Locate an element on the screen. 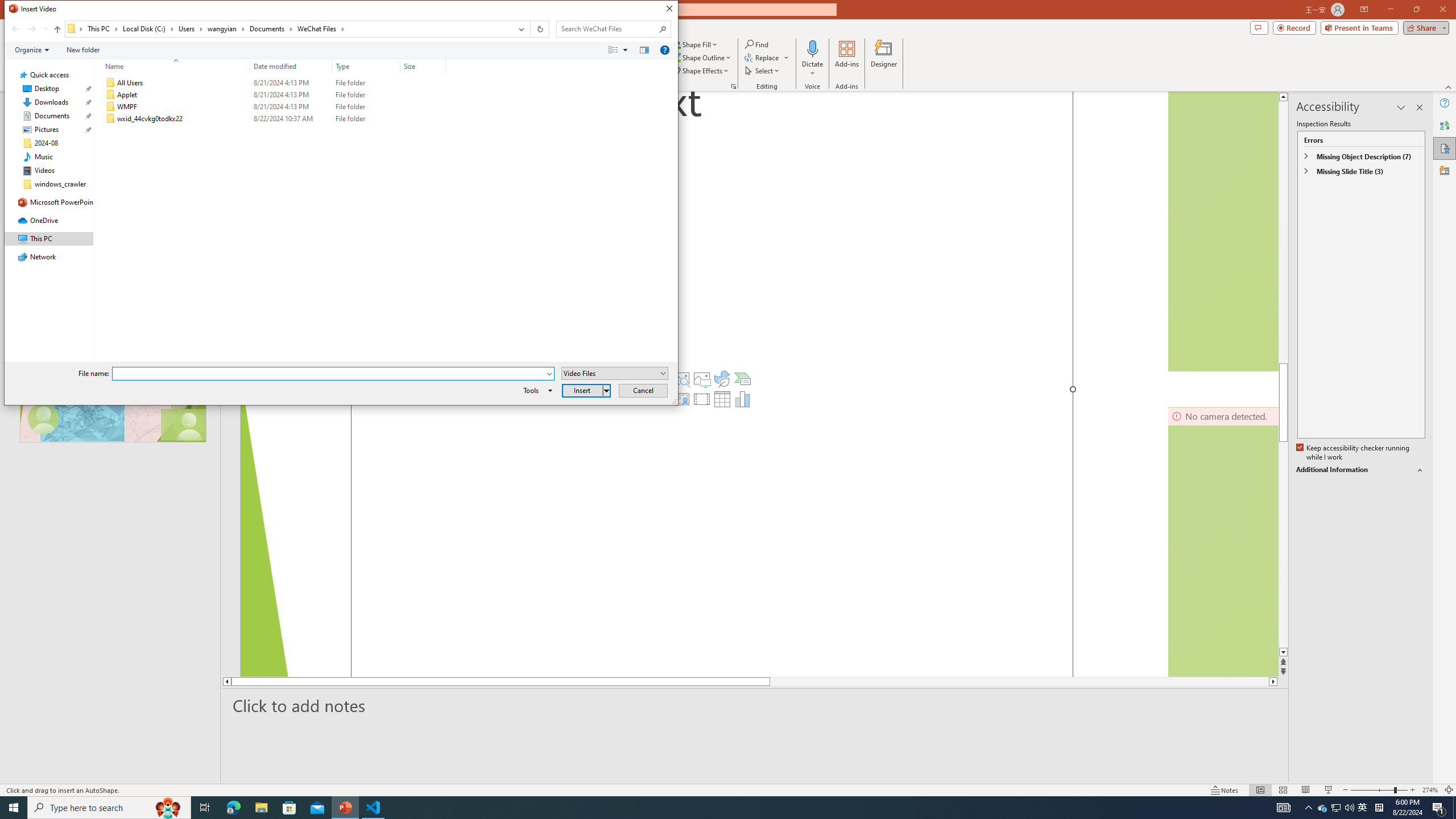 The width and height of the screenshot is (1456, 819). 'File name:' is located at coordinates (333, 373).